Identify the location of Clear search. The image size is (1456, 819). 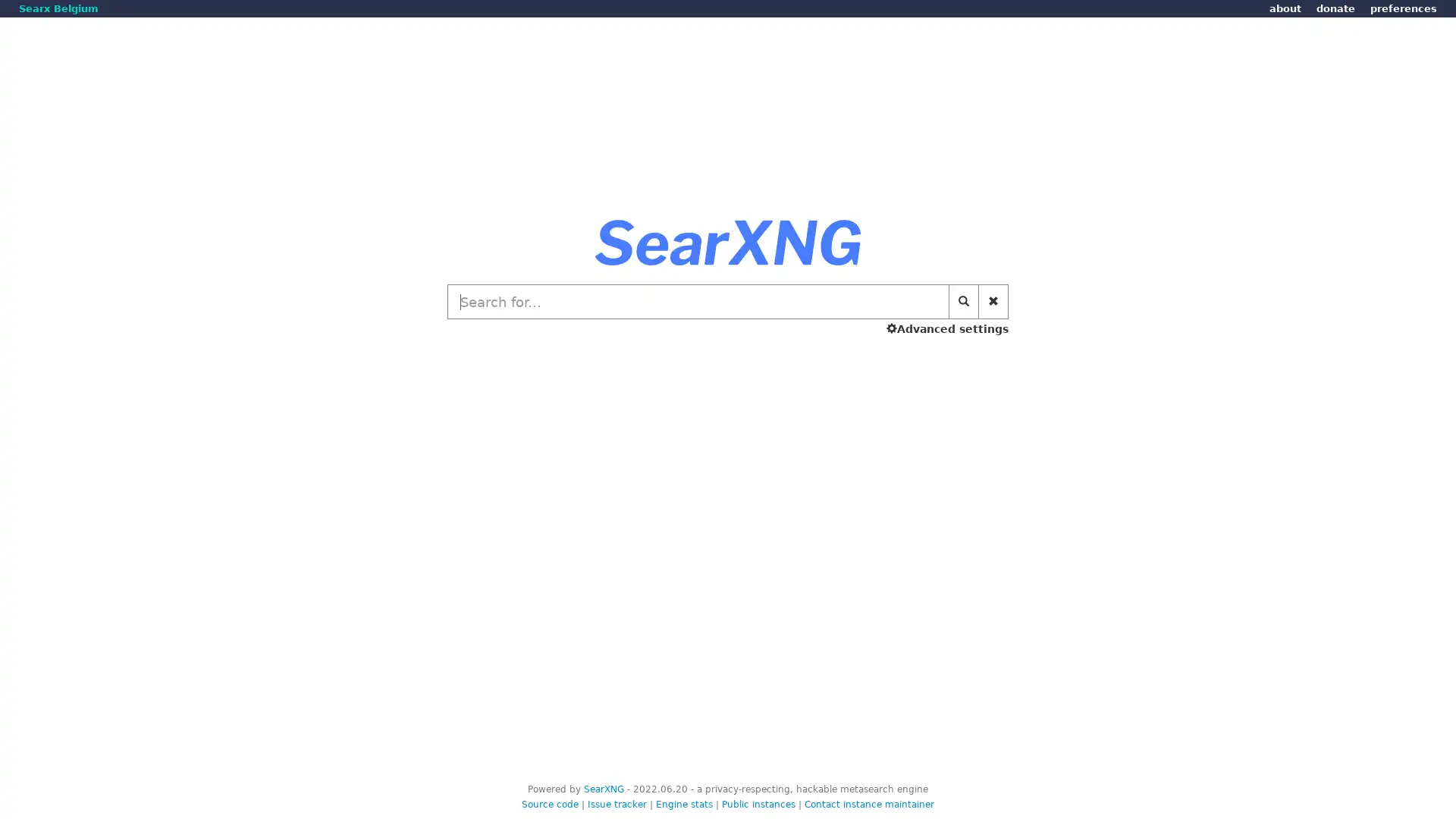
(993, 301).